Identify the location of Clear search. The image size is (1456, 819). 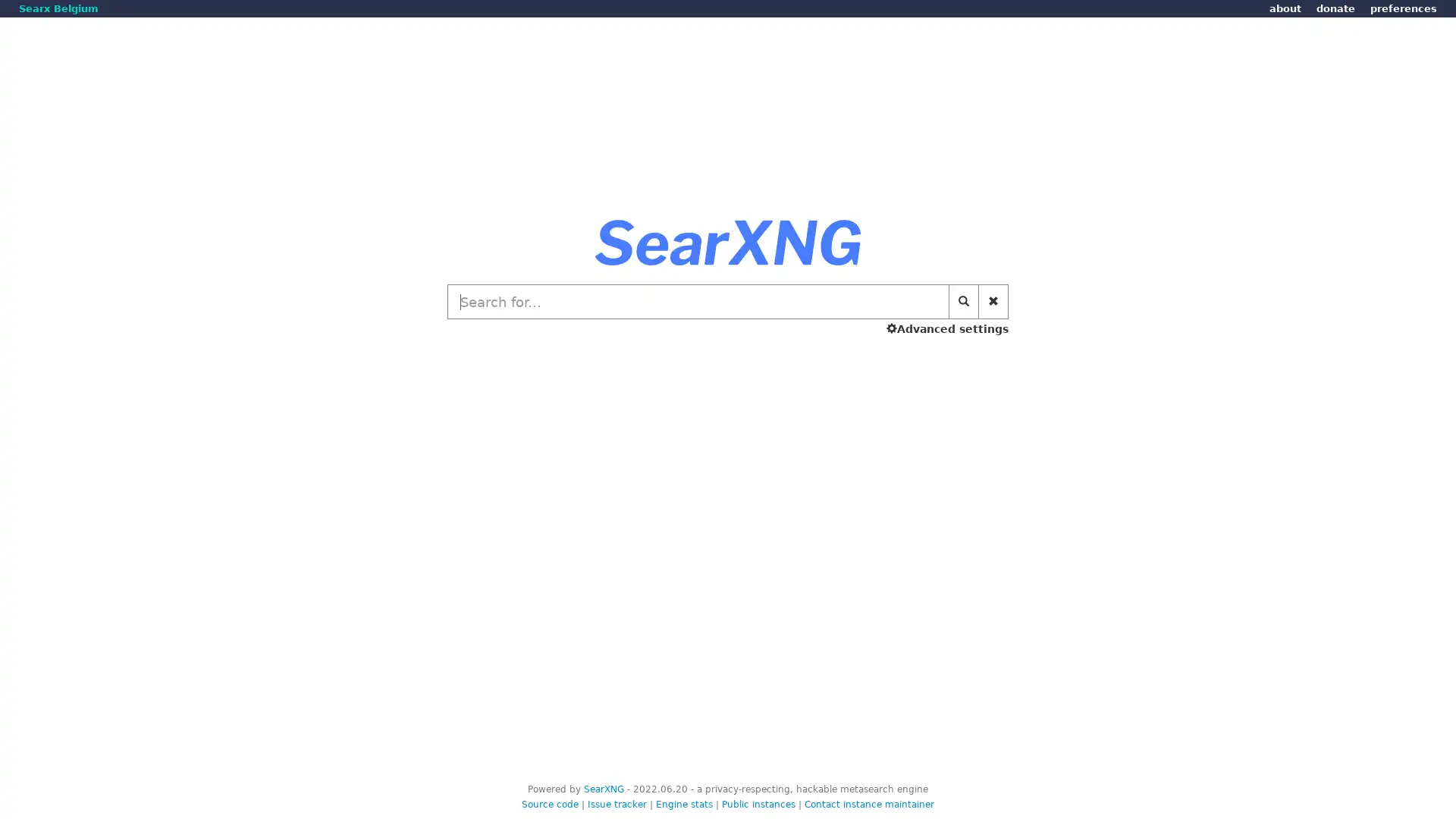
(993, 301).